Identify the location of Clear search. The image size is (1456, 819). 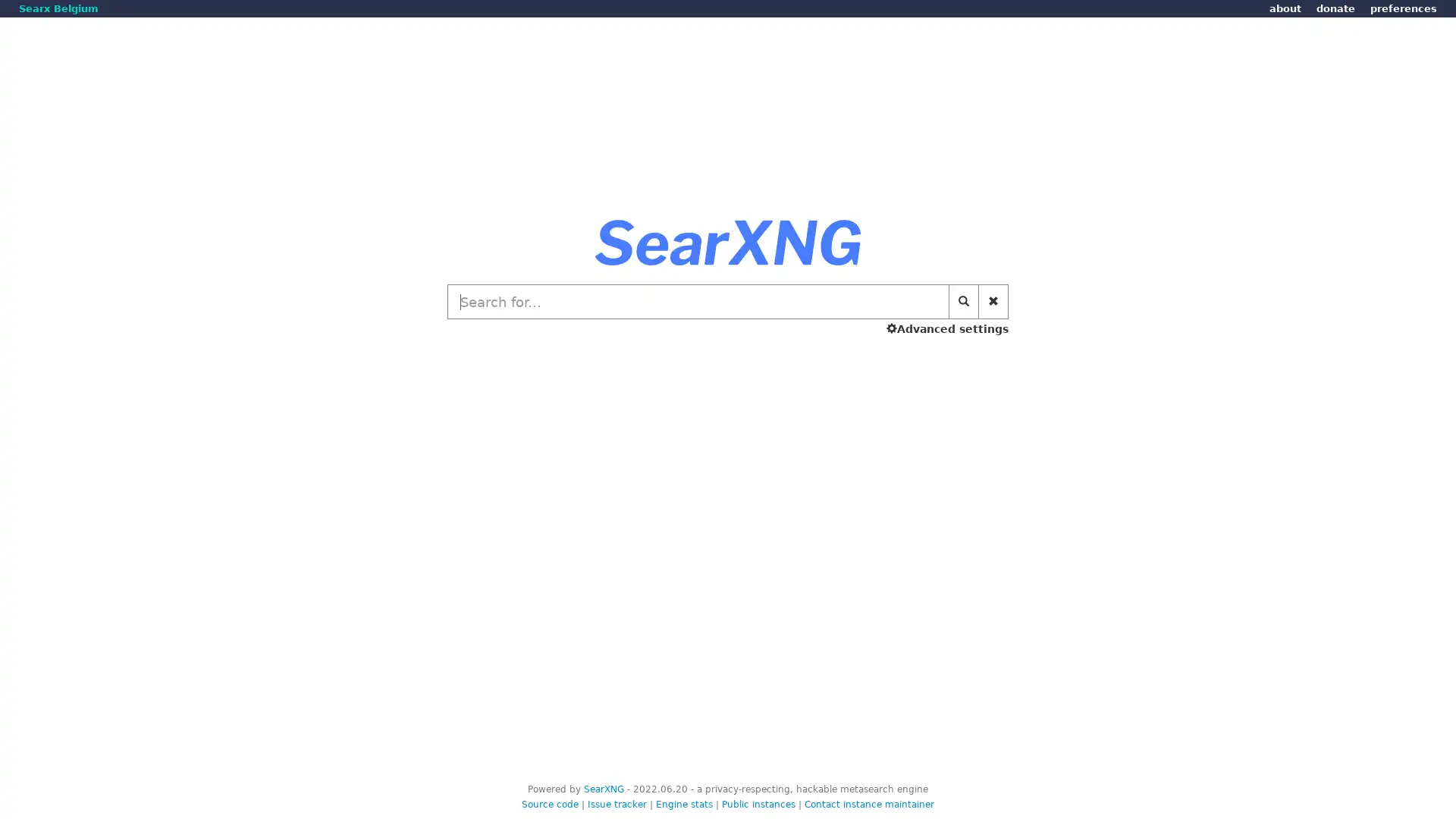
(993, 301).